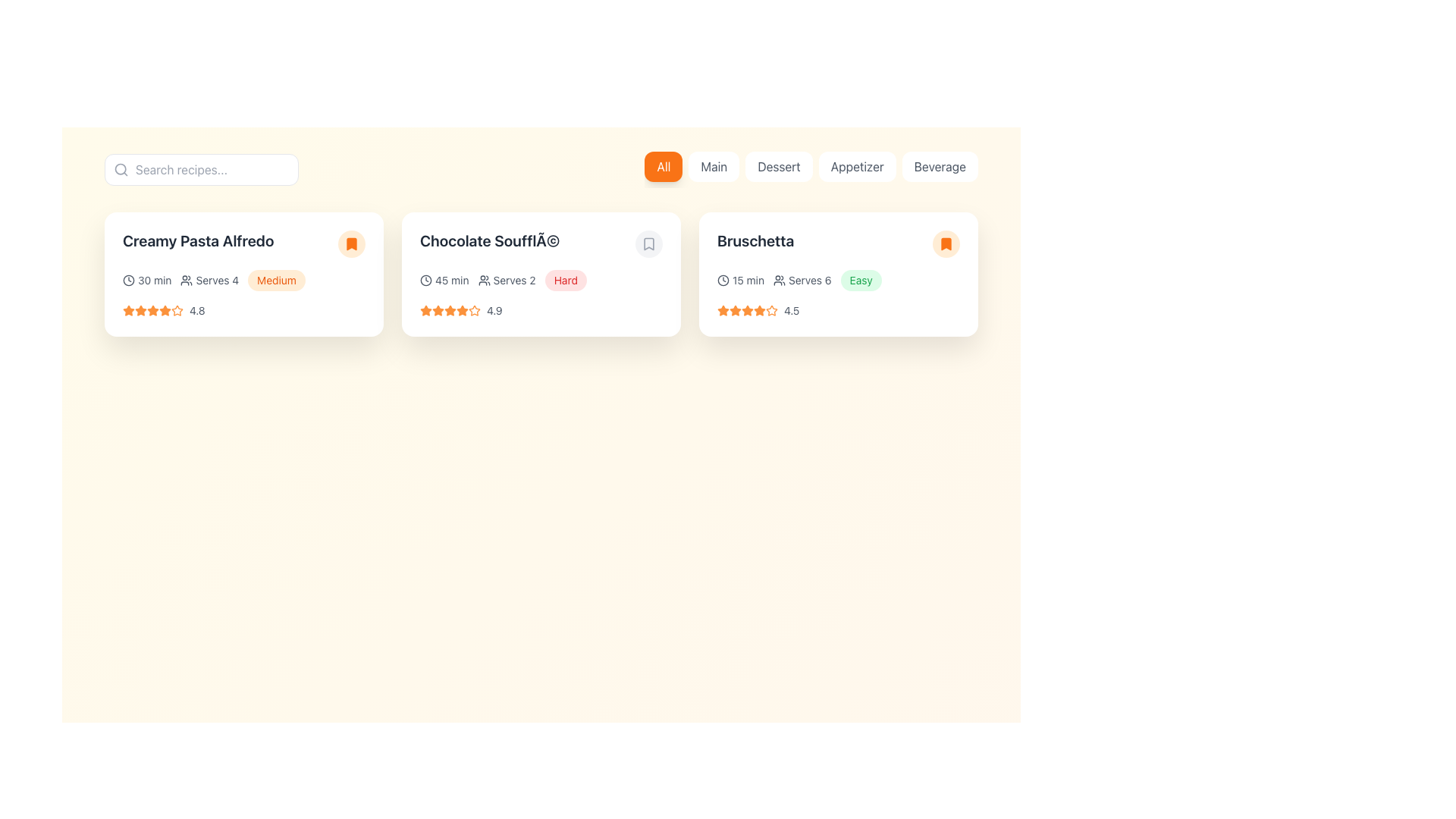 The height and width of the screenshot is (819, 1456). Describe the element at coordinates (141, 309) in the screenshot. I see `the third star icon in the five-star rating system located beneath the 'Creamy Pasta Alfredo' card` at that location.